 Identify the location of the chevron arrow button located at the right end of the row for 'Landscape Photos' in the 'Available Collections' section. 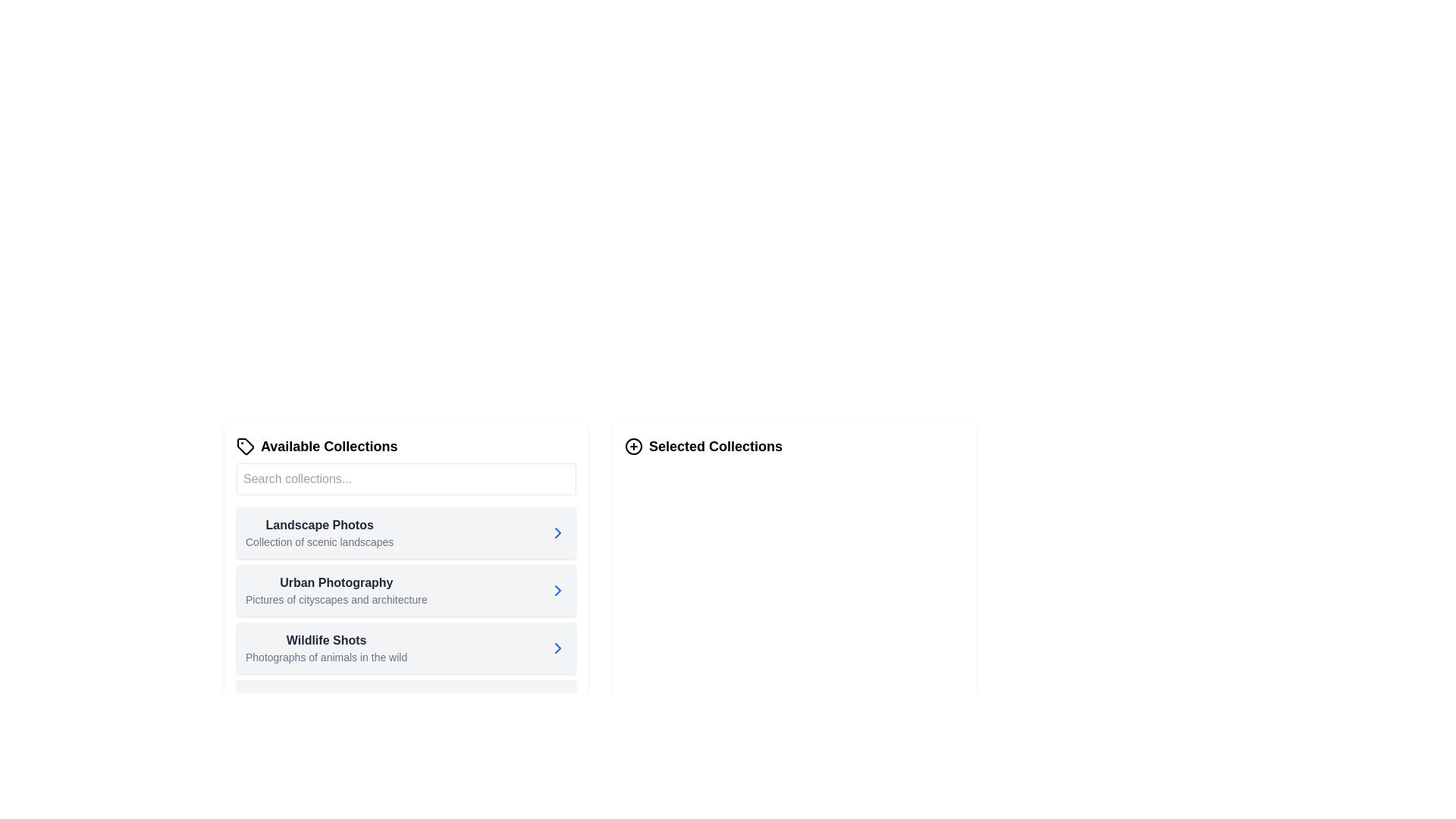
(557, 532).